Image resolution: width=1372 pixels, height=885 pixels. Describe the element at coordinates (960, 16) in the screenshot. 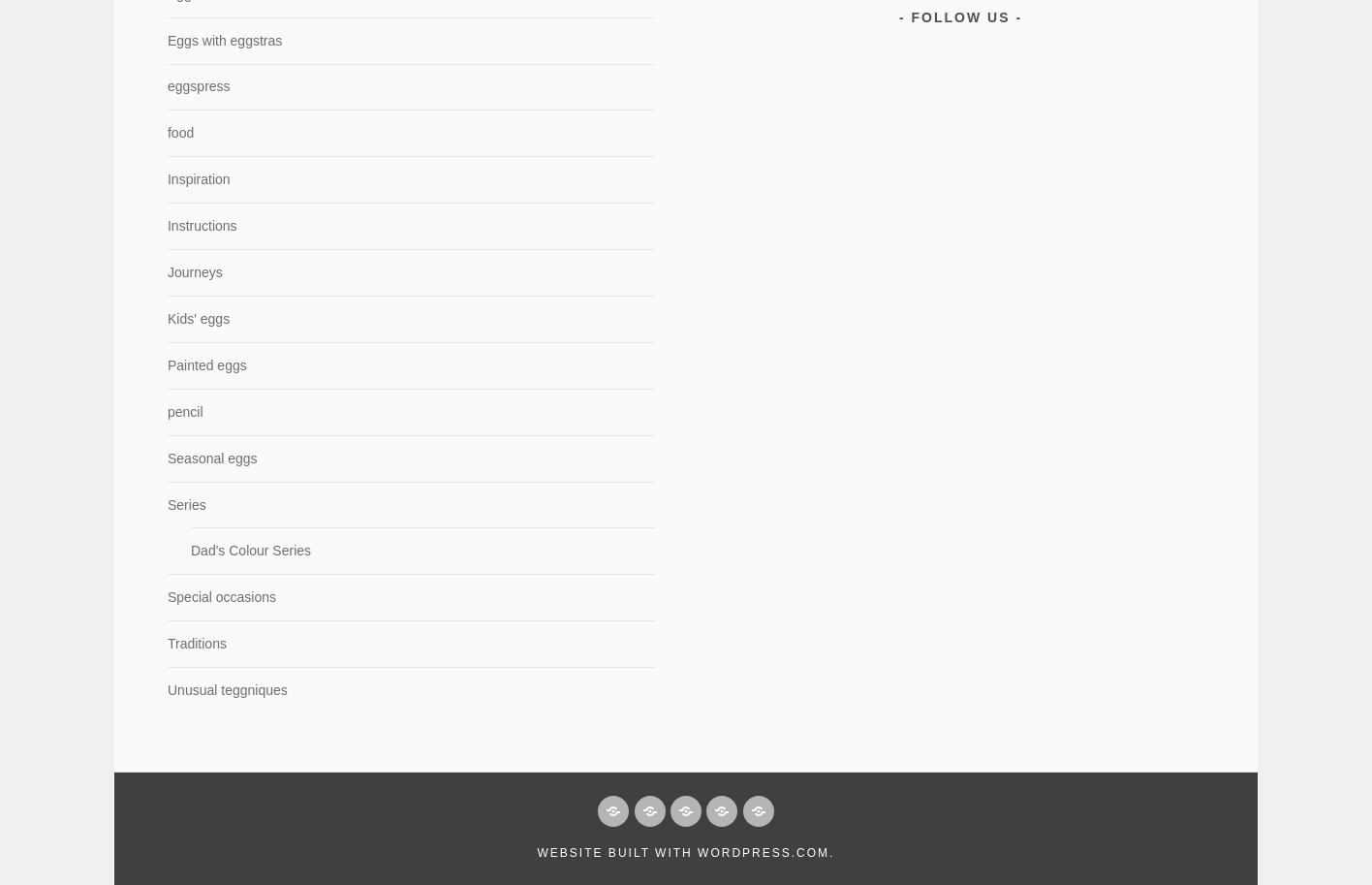

I see `'Follow Us'` at that location.